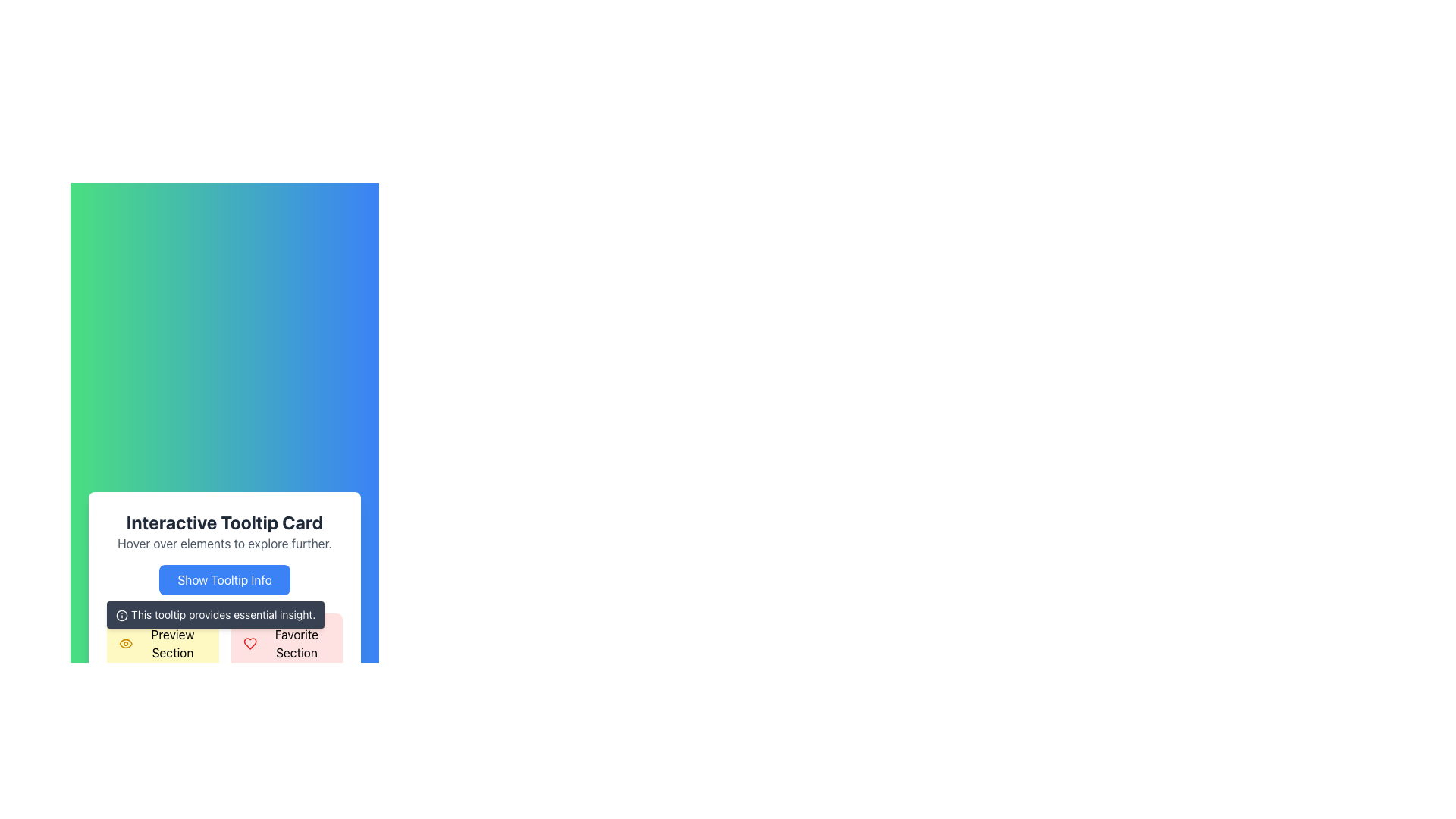 This screenshot has width=1456, height=819. I want to click on the information icon, which is a small circular icon with a border and a centered exclamation point, located to the left of the text in the tooltip box that contains the message 'This tooltip provides essential insight', so click(122, 616).